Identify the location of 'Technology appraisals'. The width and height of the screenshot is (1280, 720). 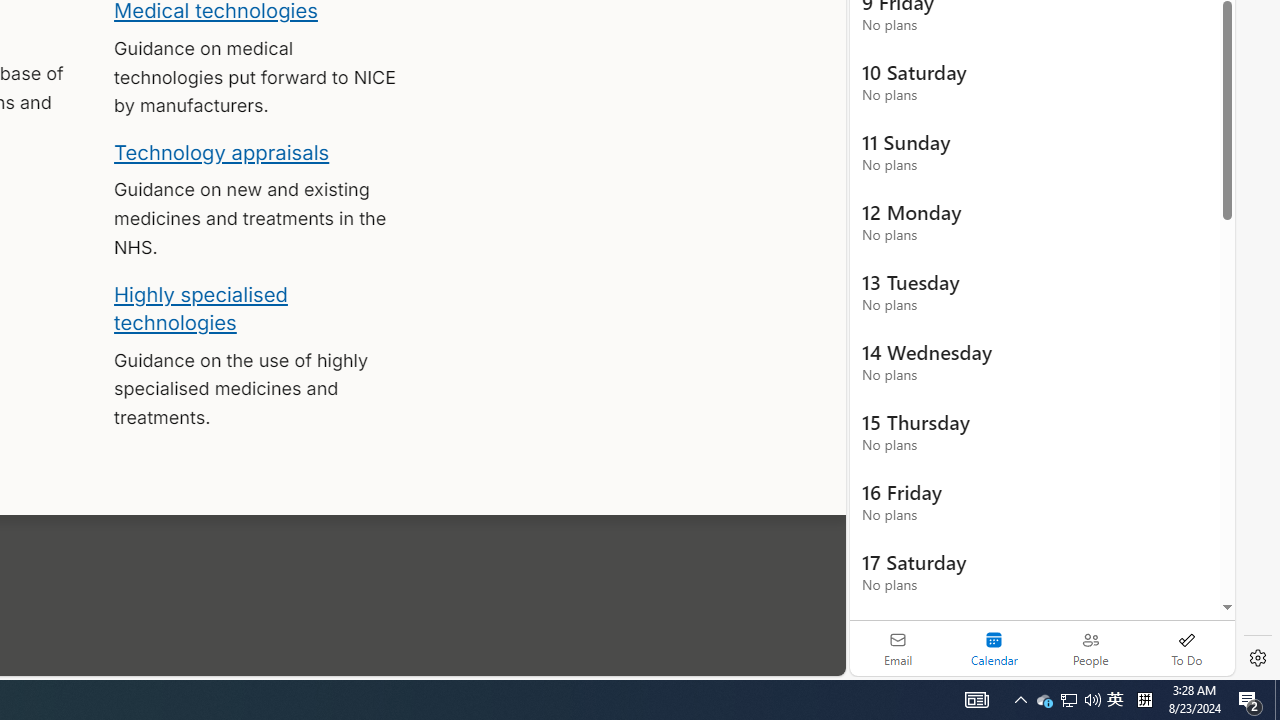
(222, 152).